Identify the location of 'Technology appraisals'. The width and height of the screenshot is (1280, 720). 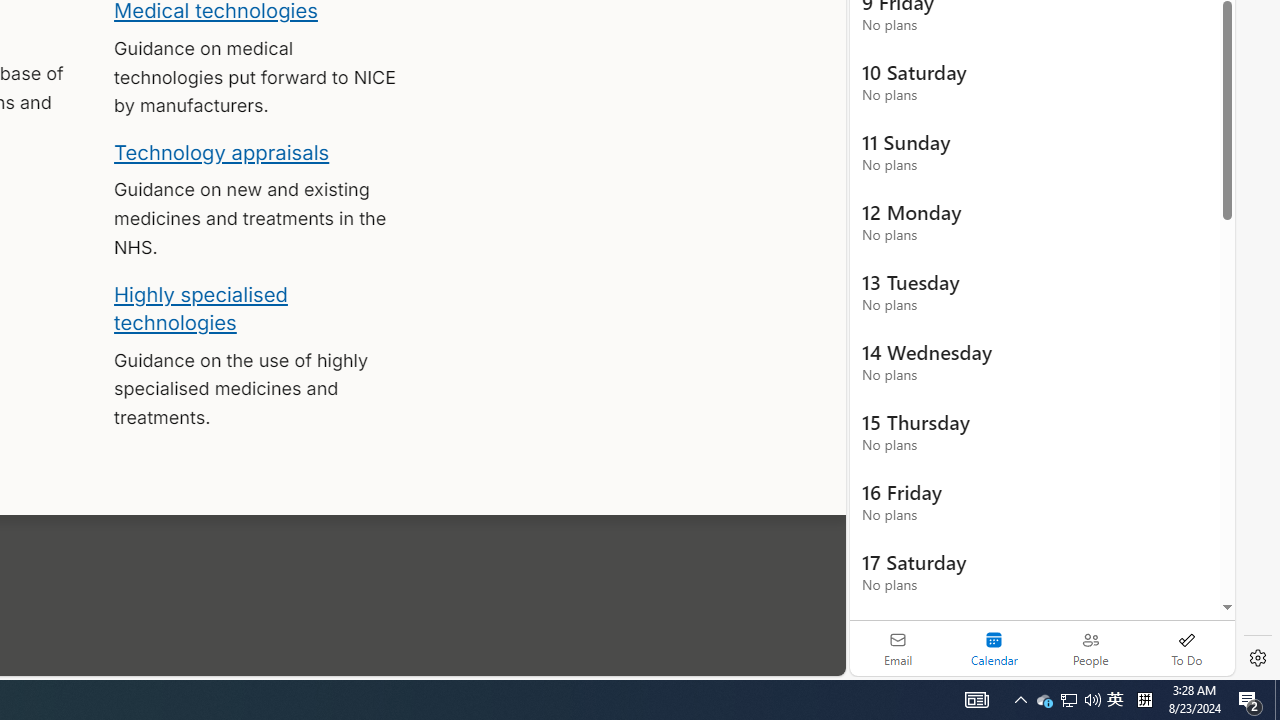
(222, 152).